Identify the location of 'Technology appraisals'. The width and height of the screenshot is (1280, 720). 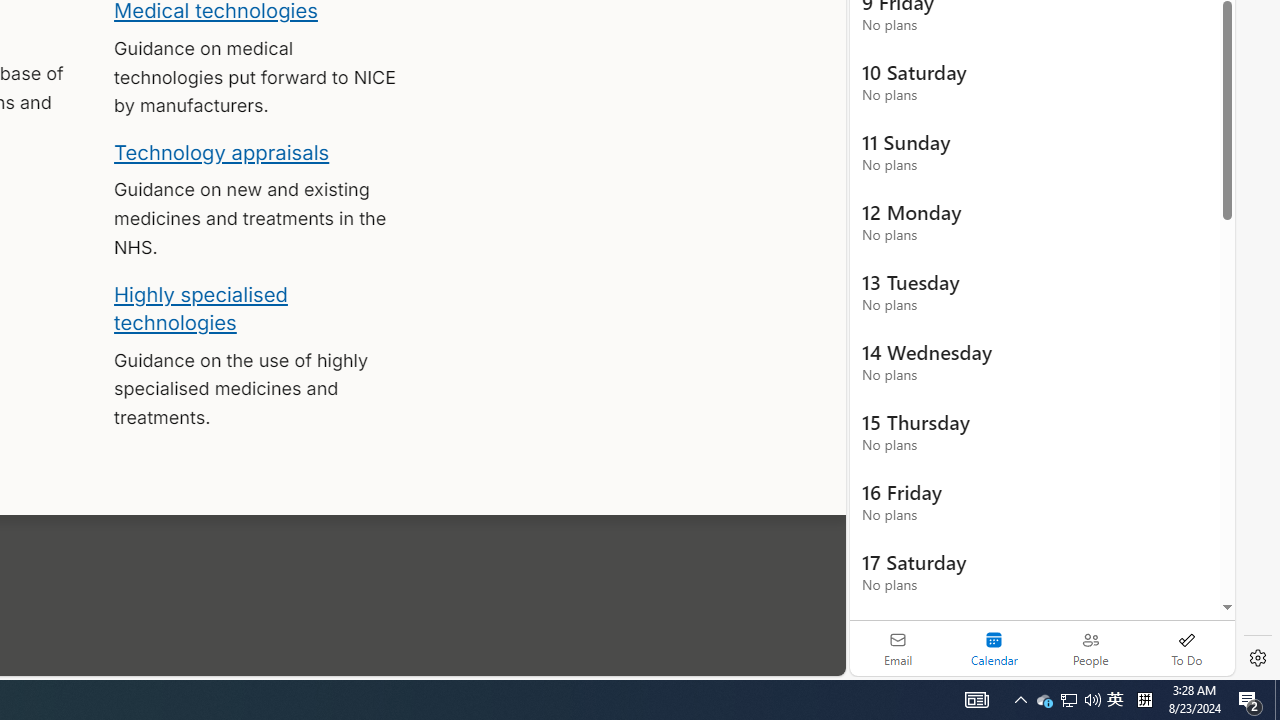
(222, 152).